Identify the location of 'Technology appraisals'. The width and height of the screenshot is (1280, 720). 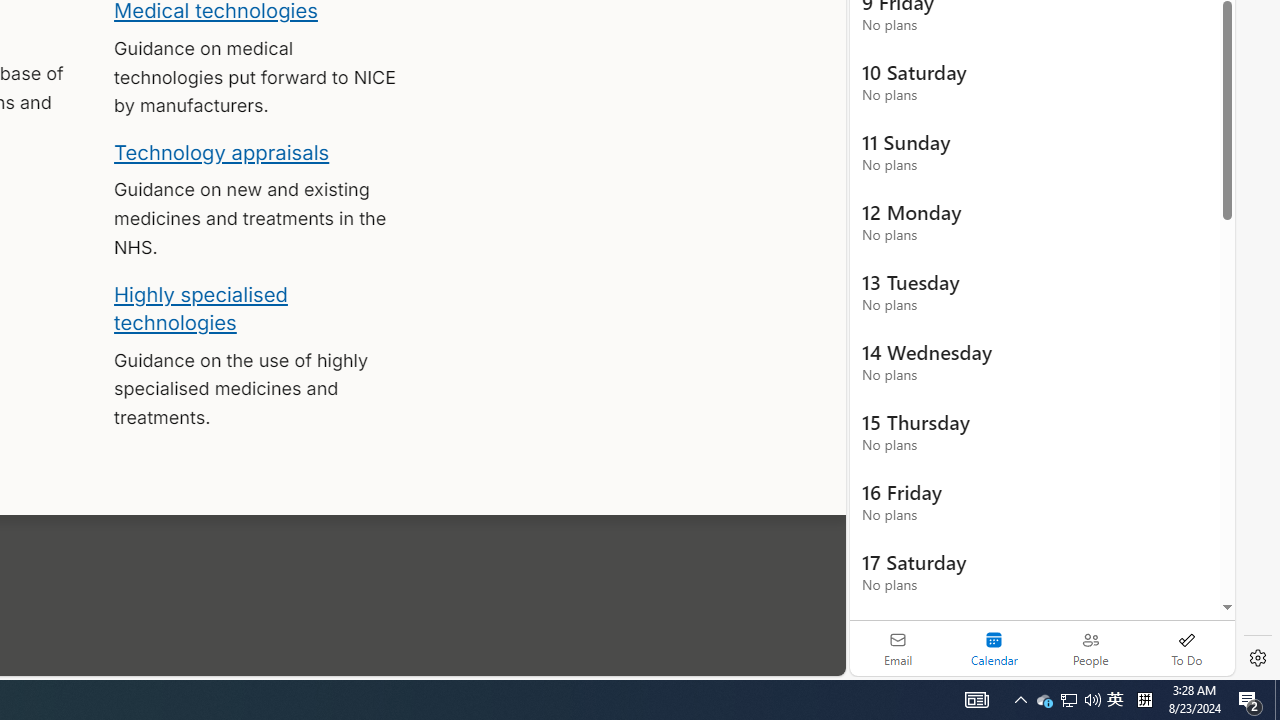
(222, 152).